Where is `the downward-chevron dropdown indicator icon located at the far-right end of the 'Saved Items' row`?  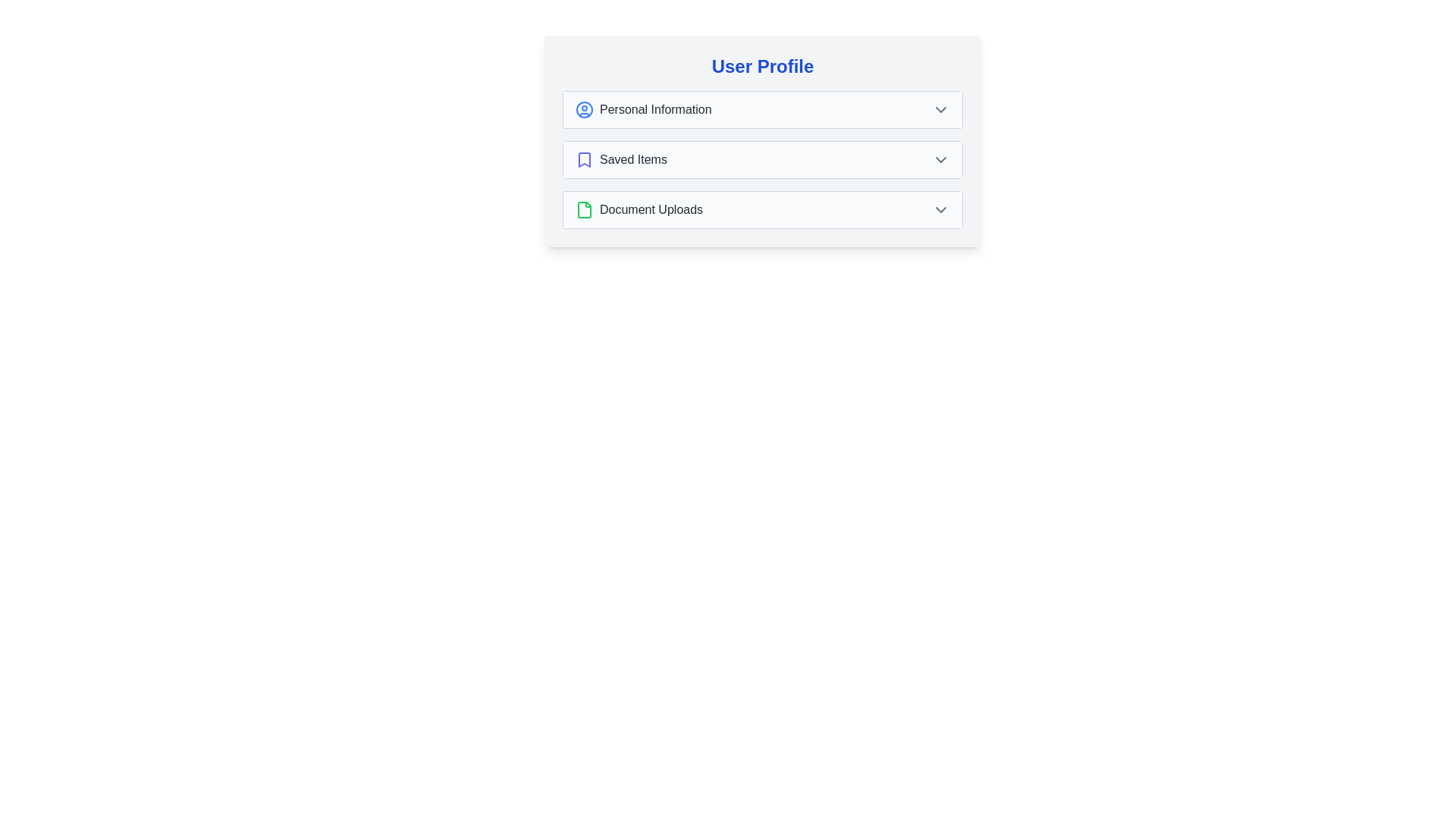 the downward-chevron dropdown indicator icon located at the far-right end of the 'Saved Items' row is located at coordinates (940, 160).